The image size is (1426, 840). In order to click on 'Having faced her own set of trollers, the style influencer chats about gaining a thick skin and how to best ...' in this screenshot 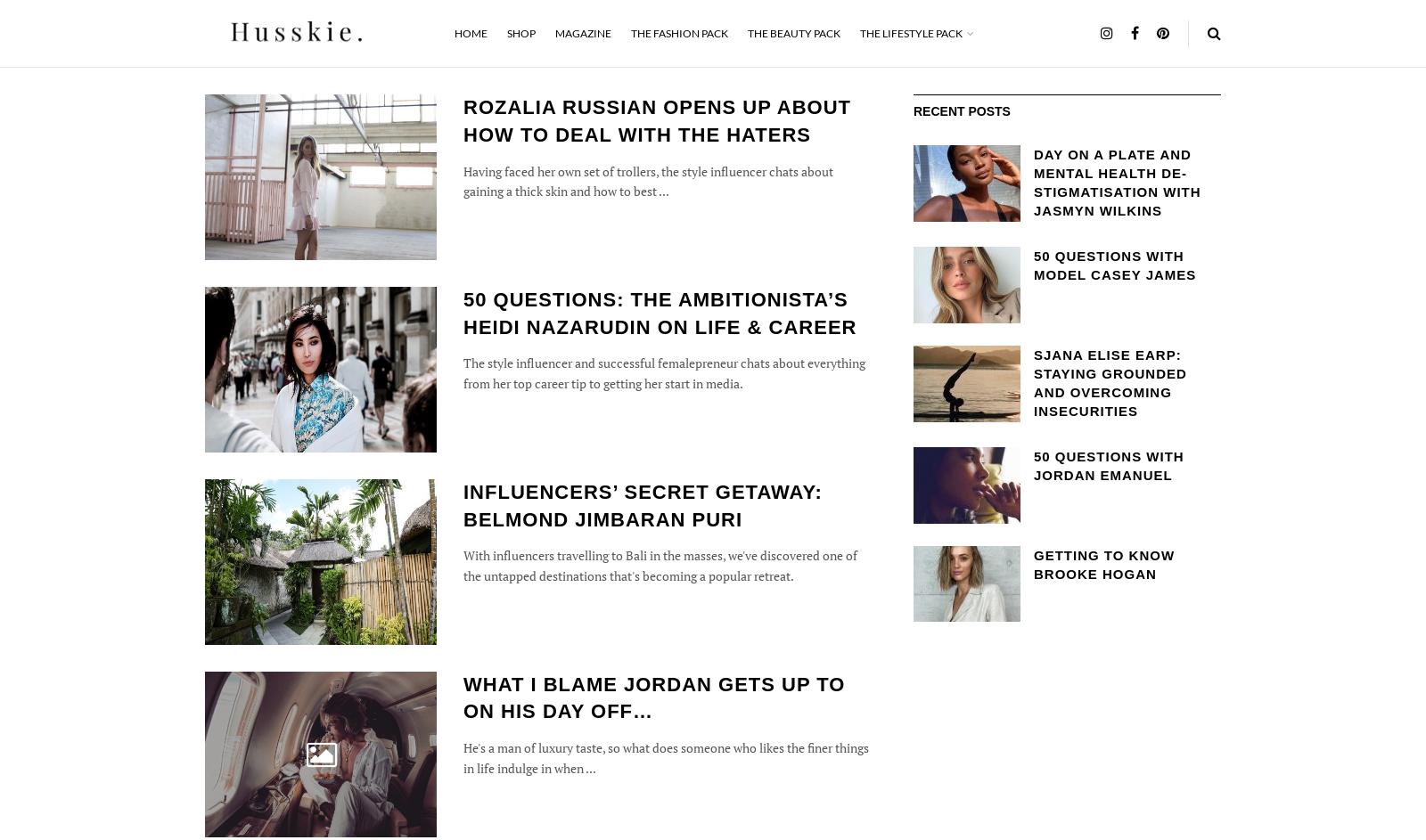, I will do `click(648, 179)`.